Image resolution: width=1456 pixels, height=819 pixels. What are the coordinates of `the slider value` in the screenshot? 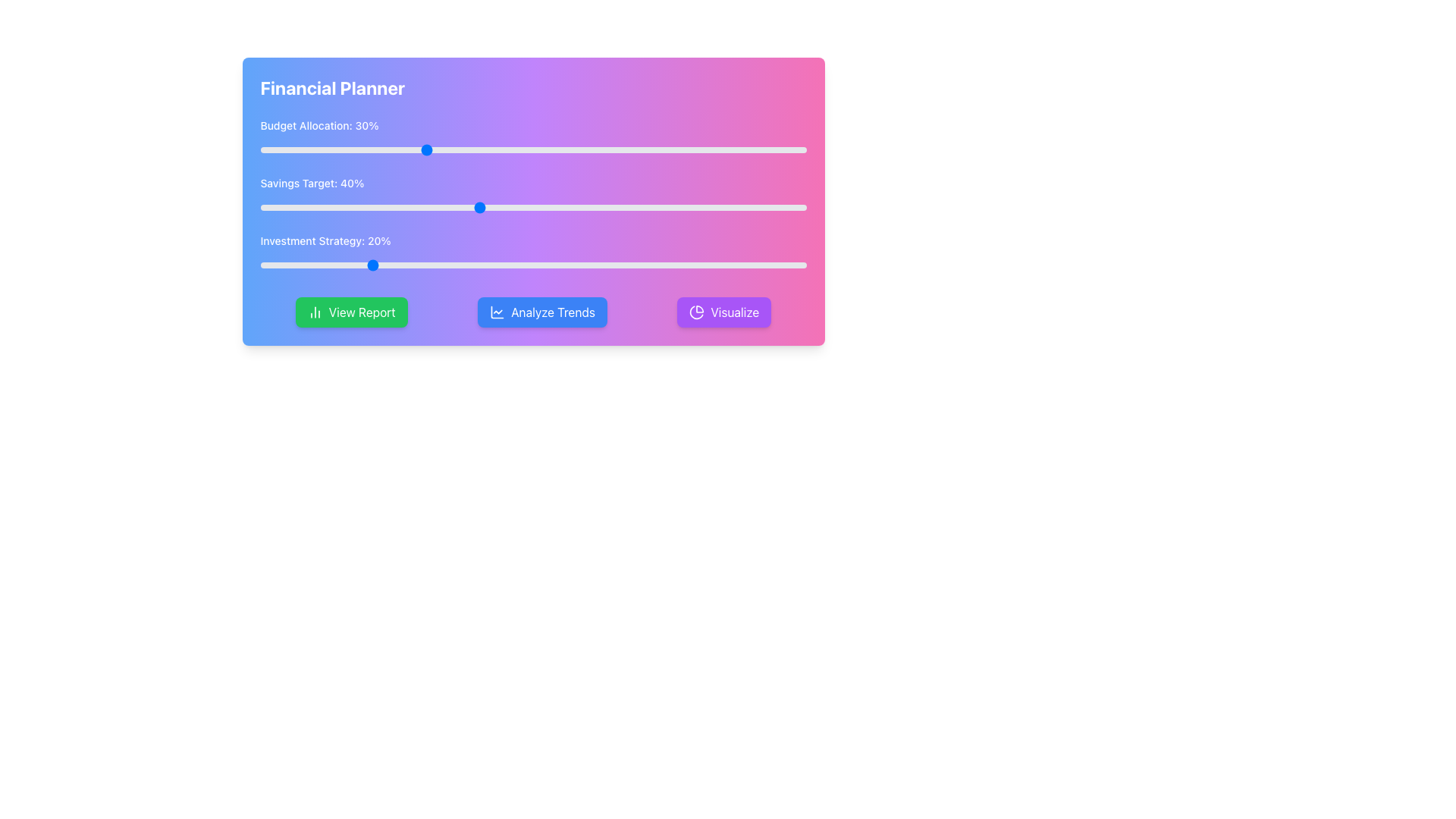 It's located at (287, 149).